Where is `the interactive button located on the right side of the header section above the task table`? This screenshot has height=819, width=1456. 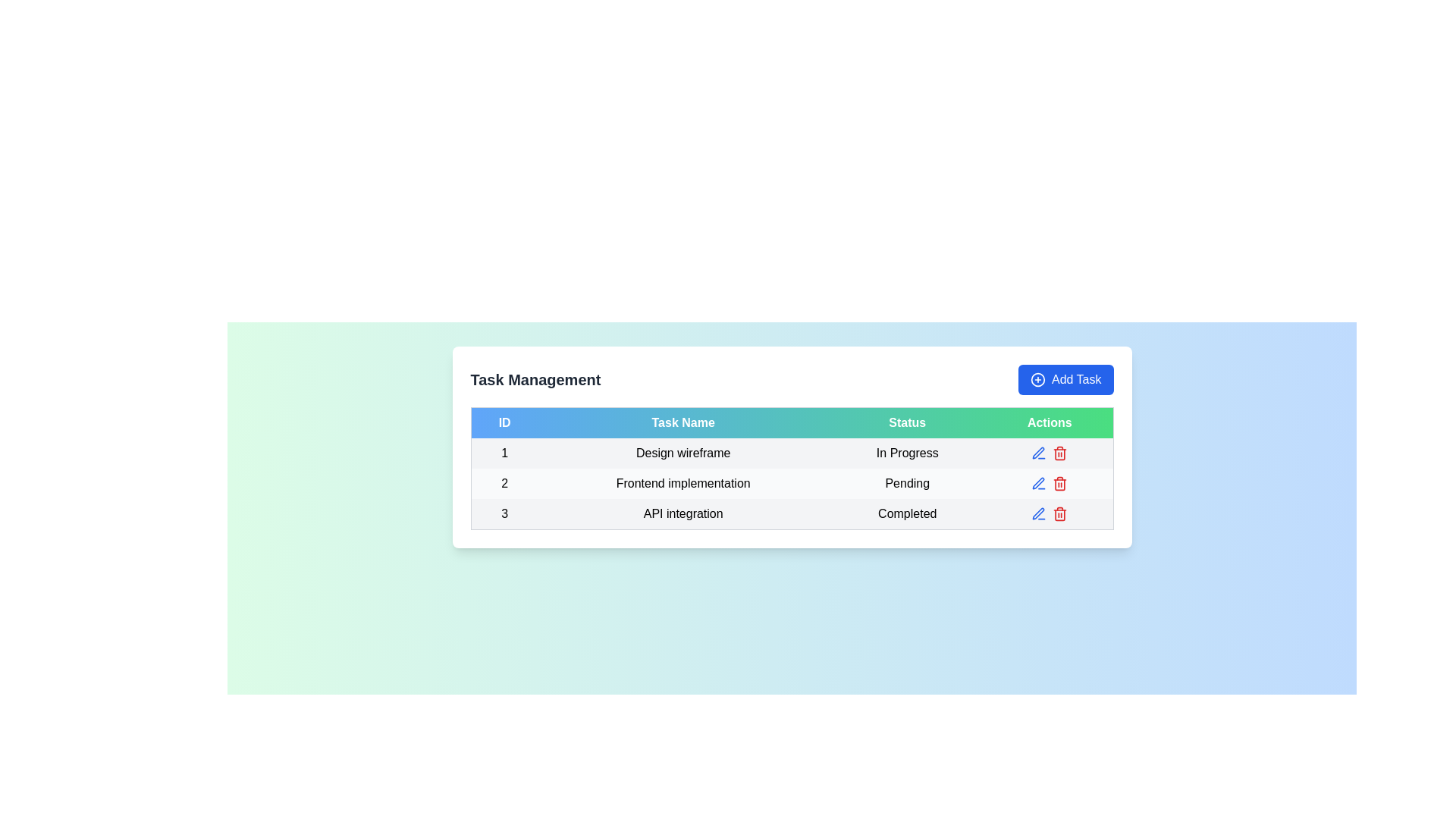 the interactive button located on the right side of the header section above the task table is located at coordinates (1065, 379).